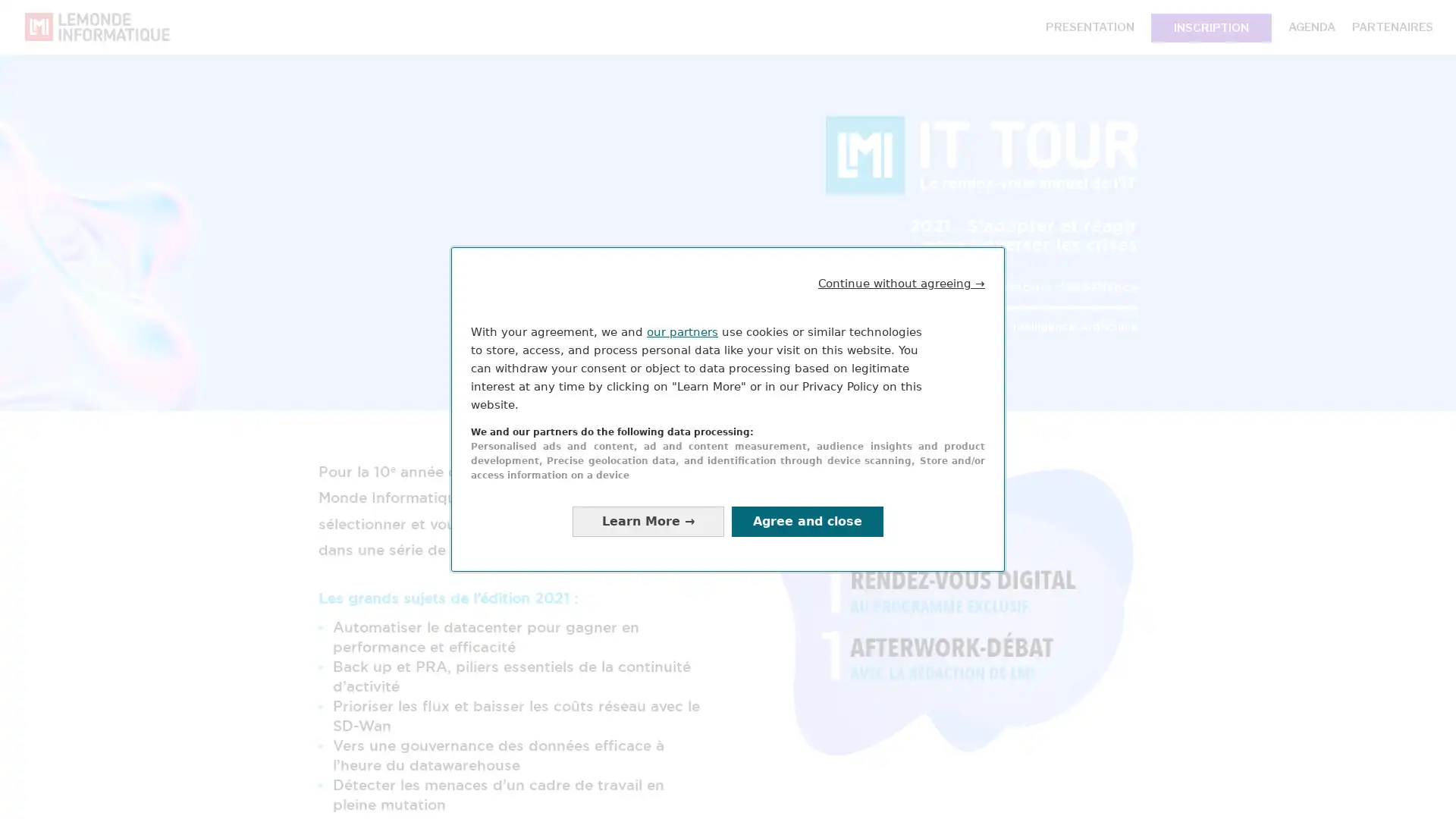 The width and height of the screenshot is (1456, 819). Describe the element at coordinates (902, 283) in the screenshot. I see `Continue without agreeing` at that location.